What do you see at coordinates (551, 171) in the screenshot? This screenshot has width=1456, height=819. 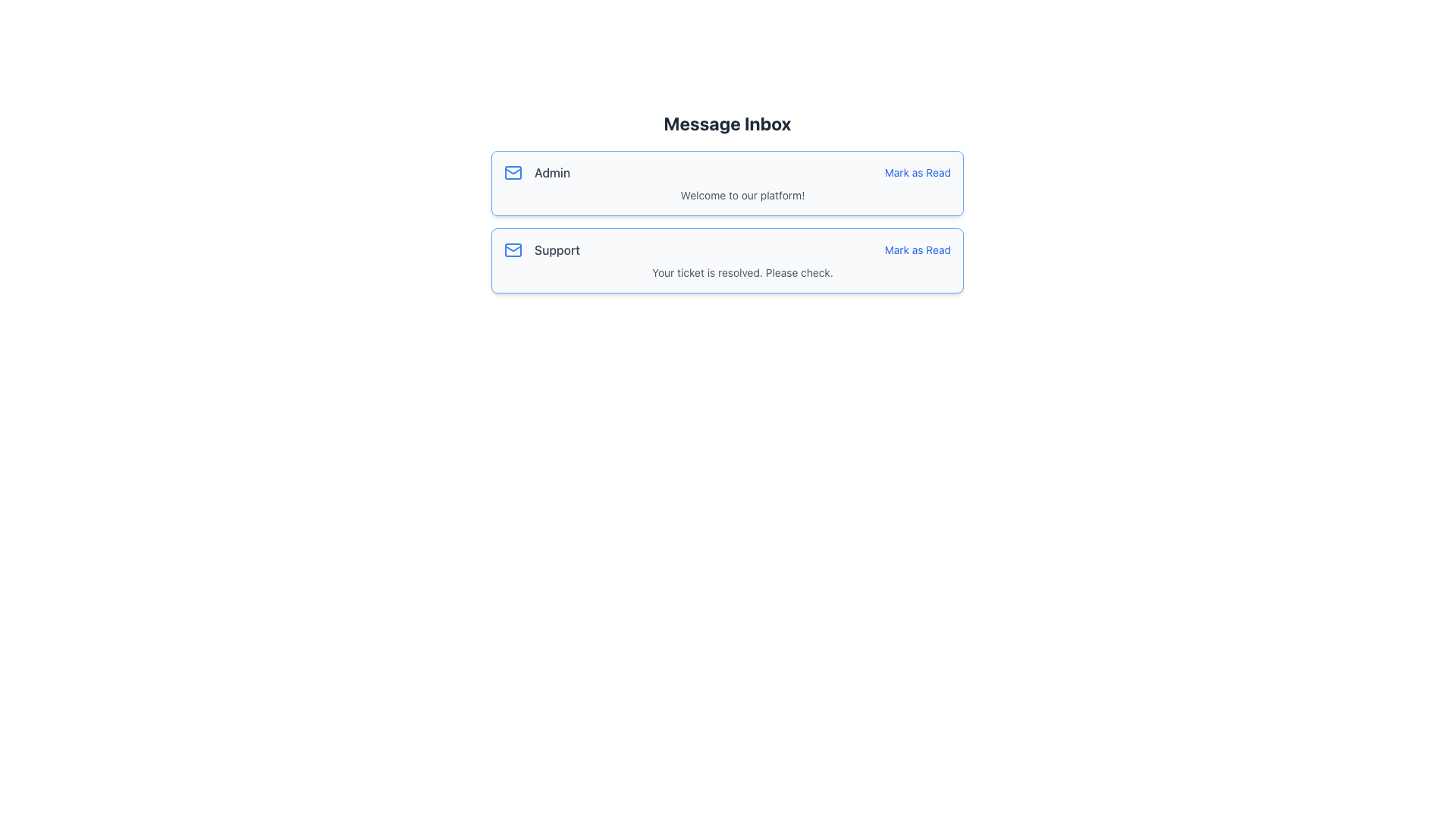 I see `the Text label indicating the sender or category of the message in the first message card of the 'Message Inbox' section, located on the left side before the 'Mark as Read' link` at bounding box center [551, 171].